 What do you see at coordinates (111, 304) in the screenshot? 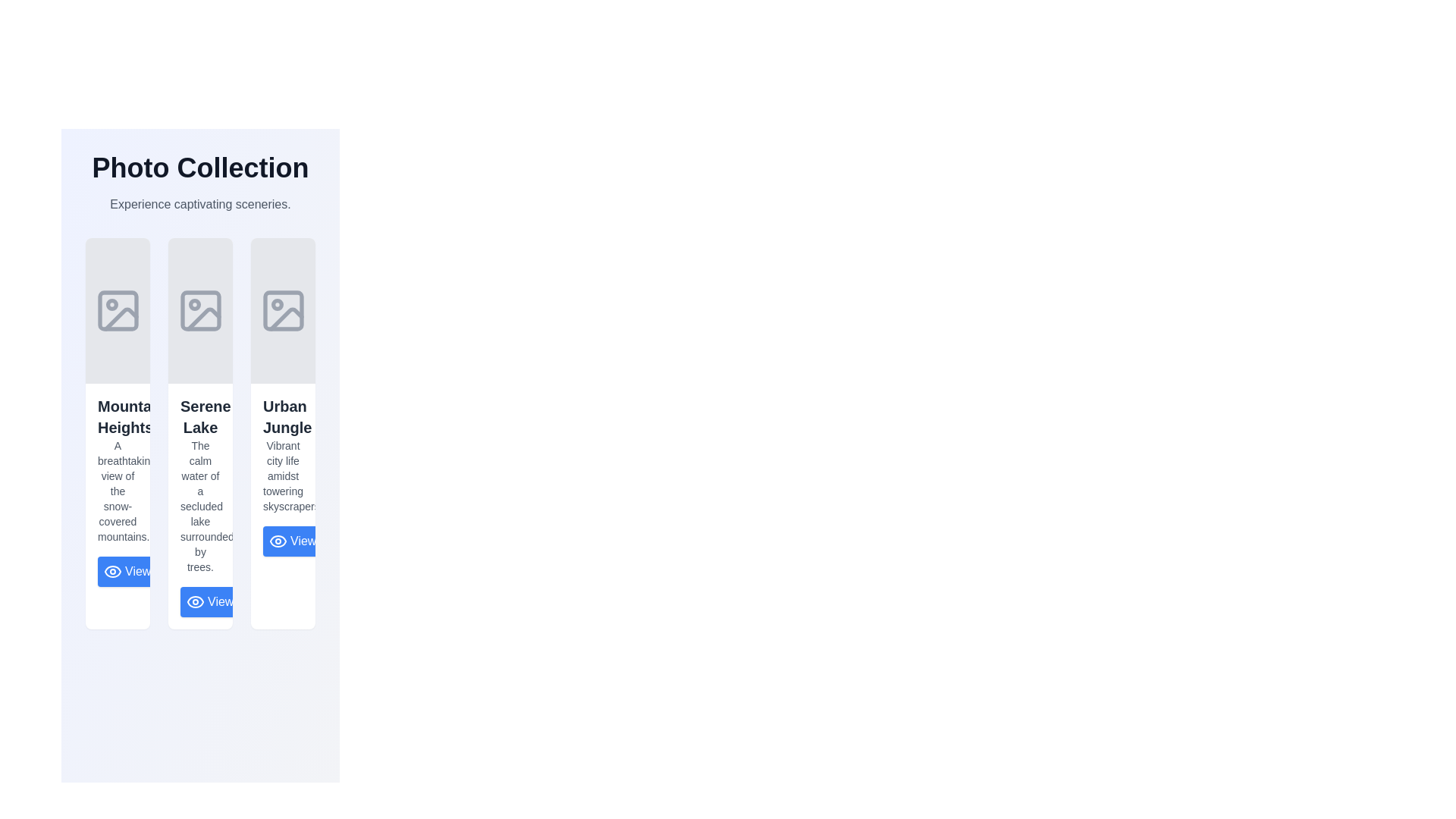
I see `the small circular graphical element located inside the 'Mountain Heights' icon at the top-left section` at bounding box center [111, 304].